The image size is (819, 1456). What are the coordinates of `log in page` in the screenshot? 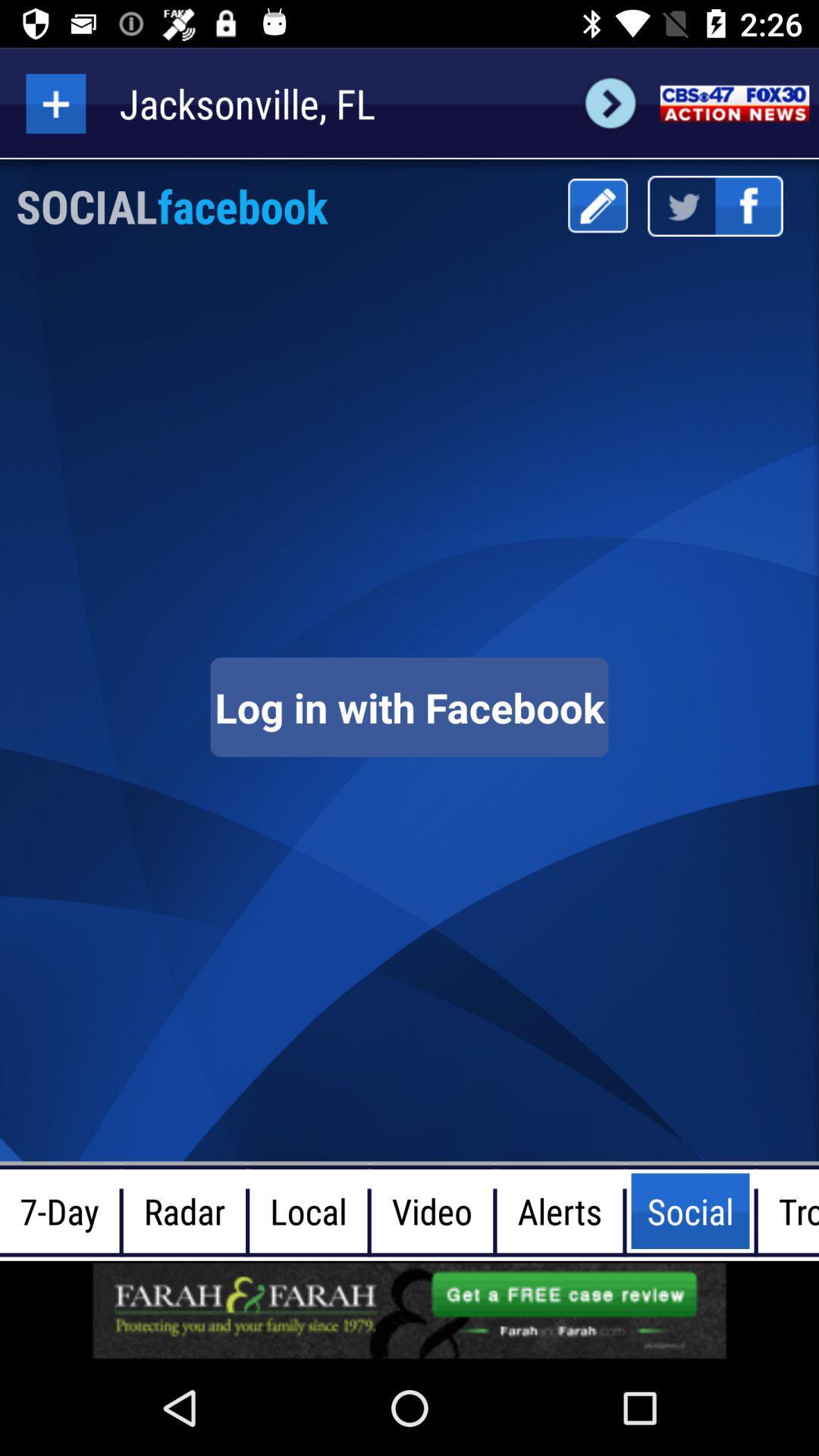 It's located at (409, 706).